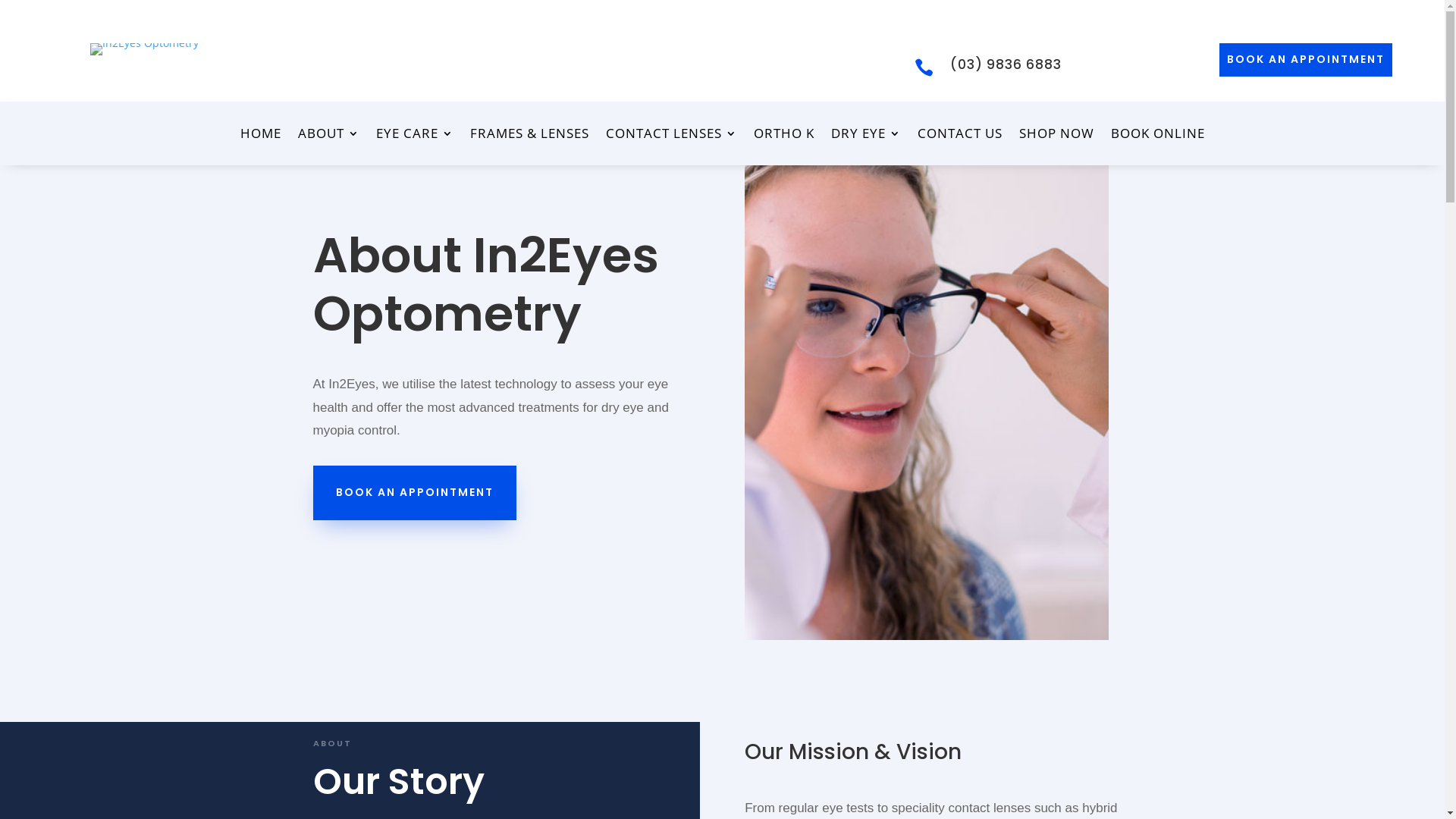 This screenshot has height=819, width=1456. Describe the element at coordinates (1056, 136) in the screenshot. I see `'SHOP NOW'` at that location.